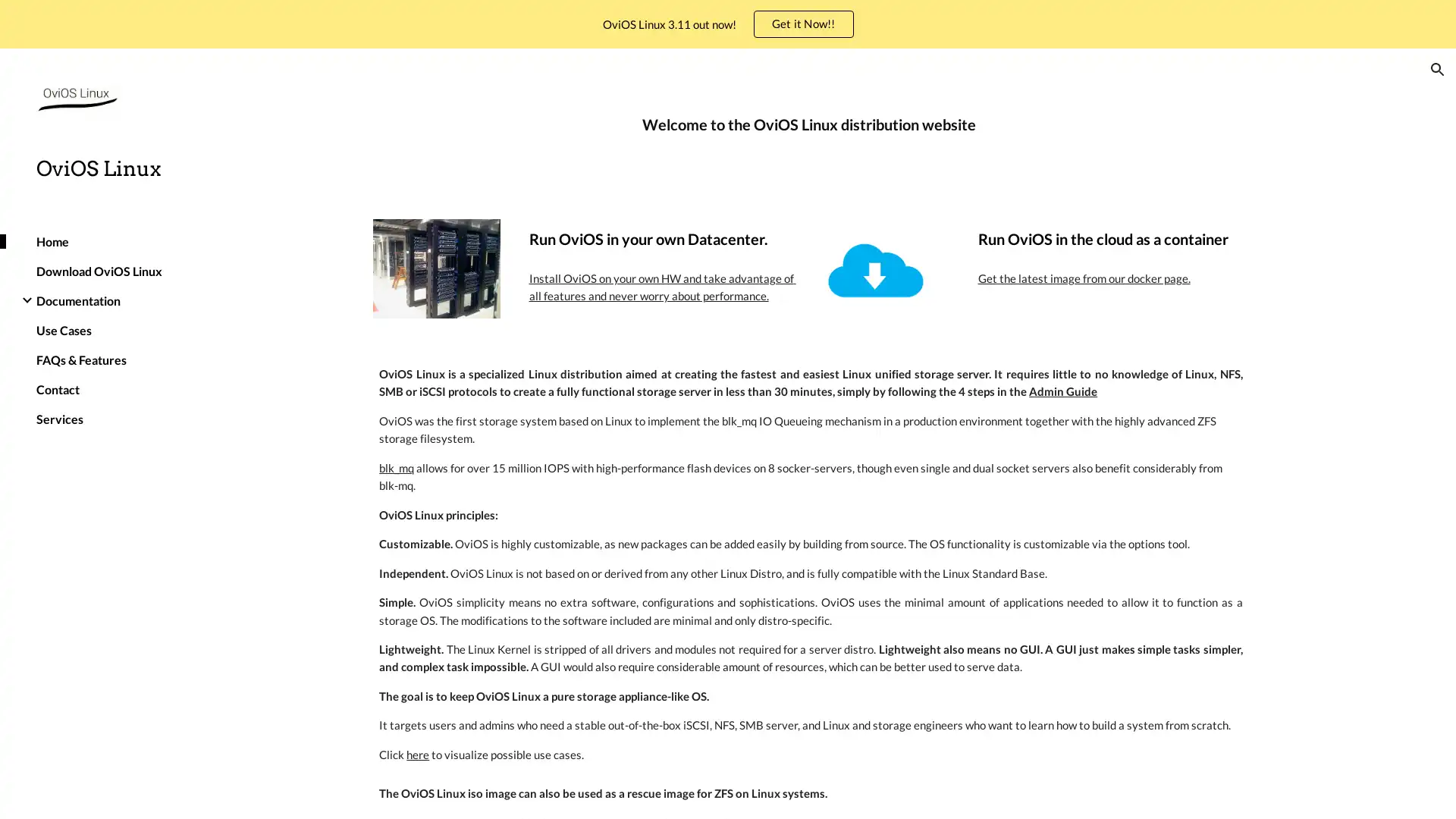 Image resolution: width=1456 pixels, height=819 pixels. What do you see at coordinates (263, 792) in the screenshot?
I see `Google Sites` at bounding box center [263, 792].